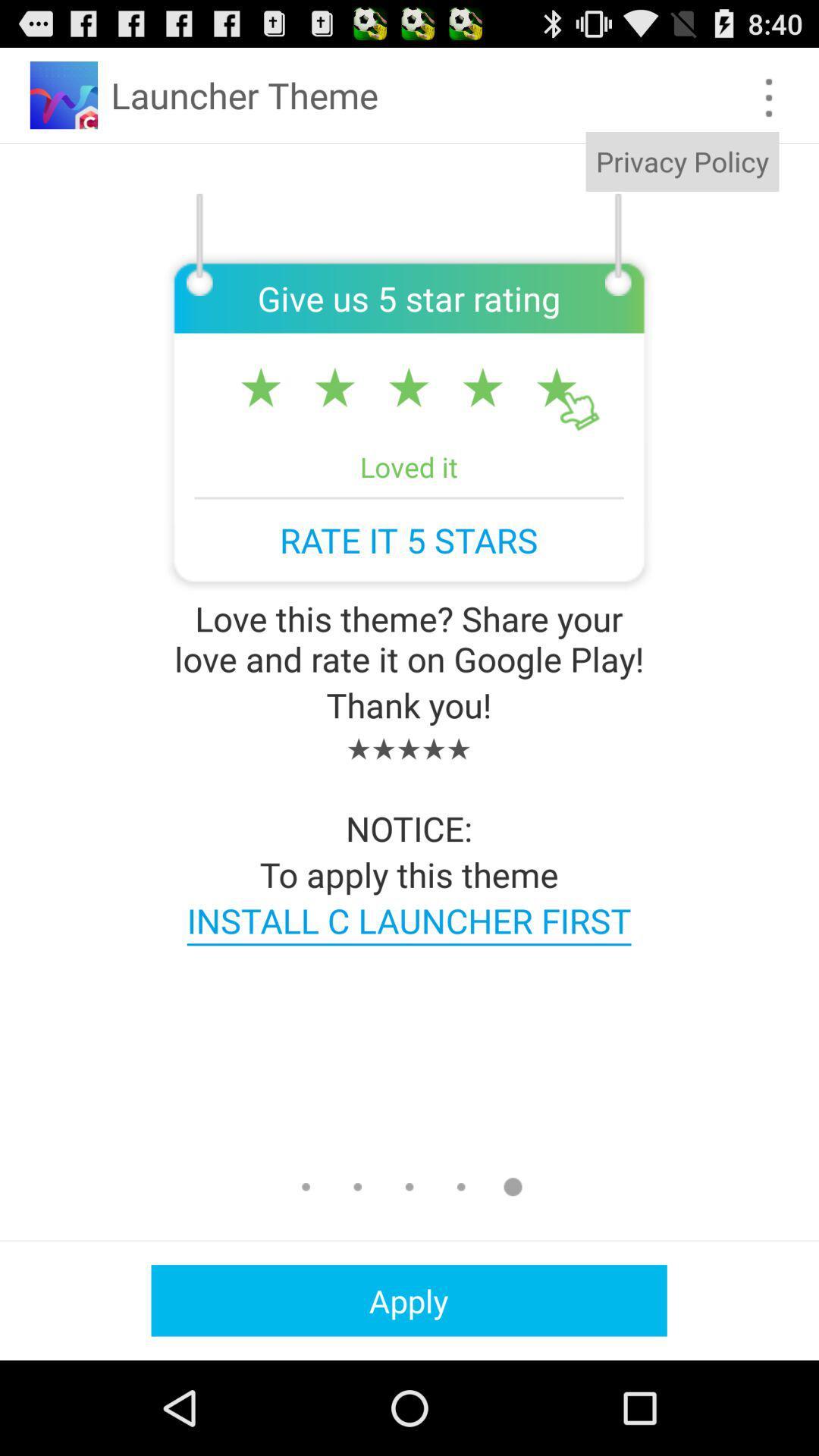 Image resolution: width=819 pixels, height=1456 pixels. I want to click on icon to the right of launcher theme app, so click(681, 162).